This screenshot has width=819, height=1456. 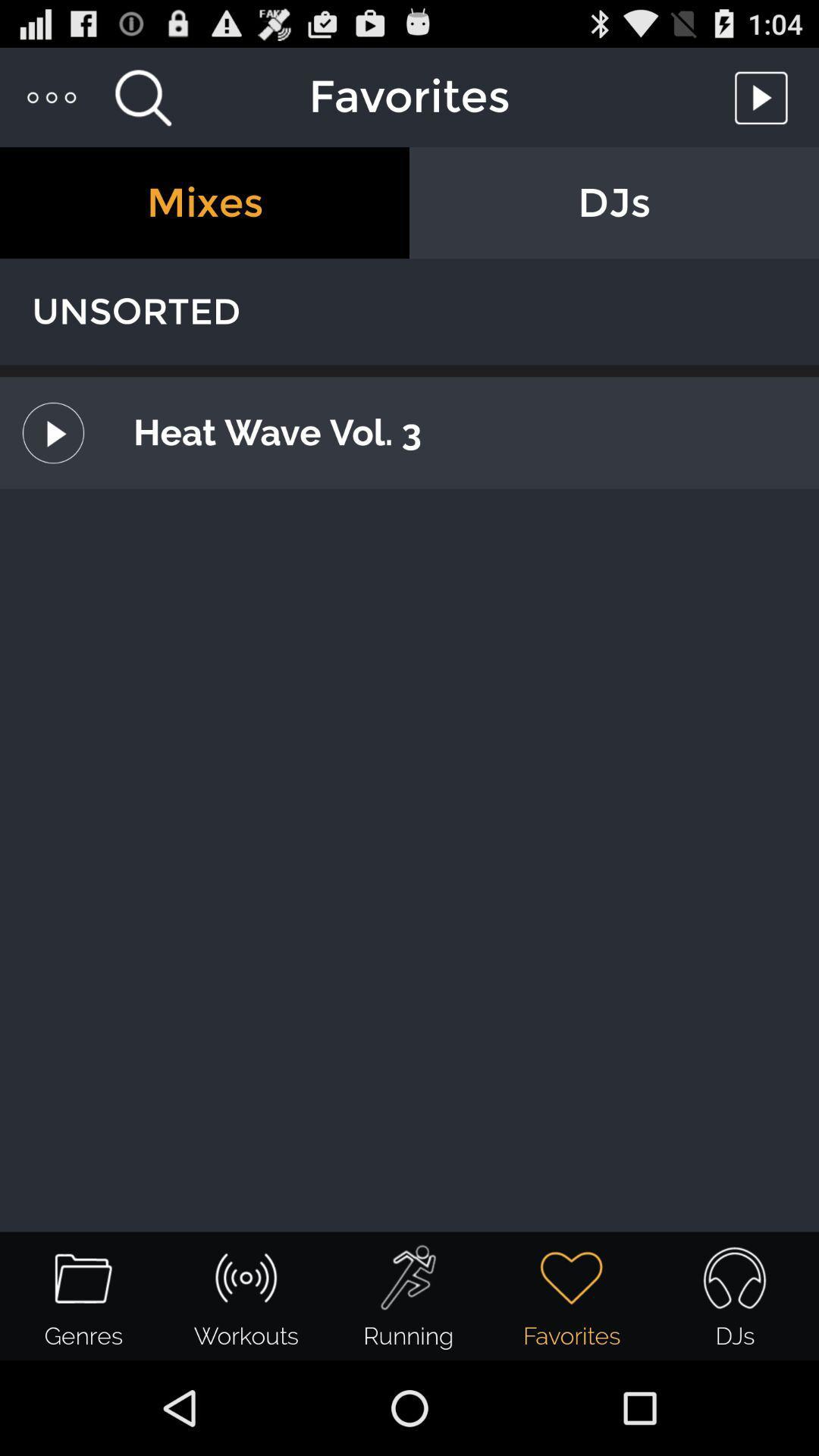 I want to click on the unsorted, so click(x=409, y=311).